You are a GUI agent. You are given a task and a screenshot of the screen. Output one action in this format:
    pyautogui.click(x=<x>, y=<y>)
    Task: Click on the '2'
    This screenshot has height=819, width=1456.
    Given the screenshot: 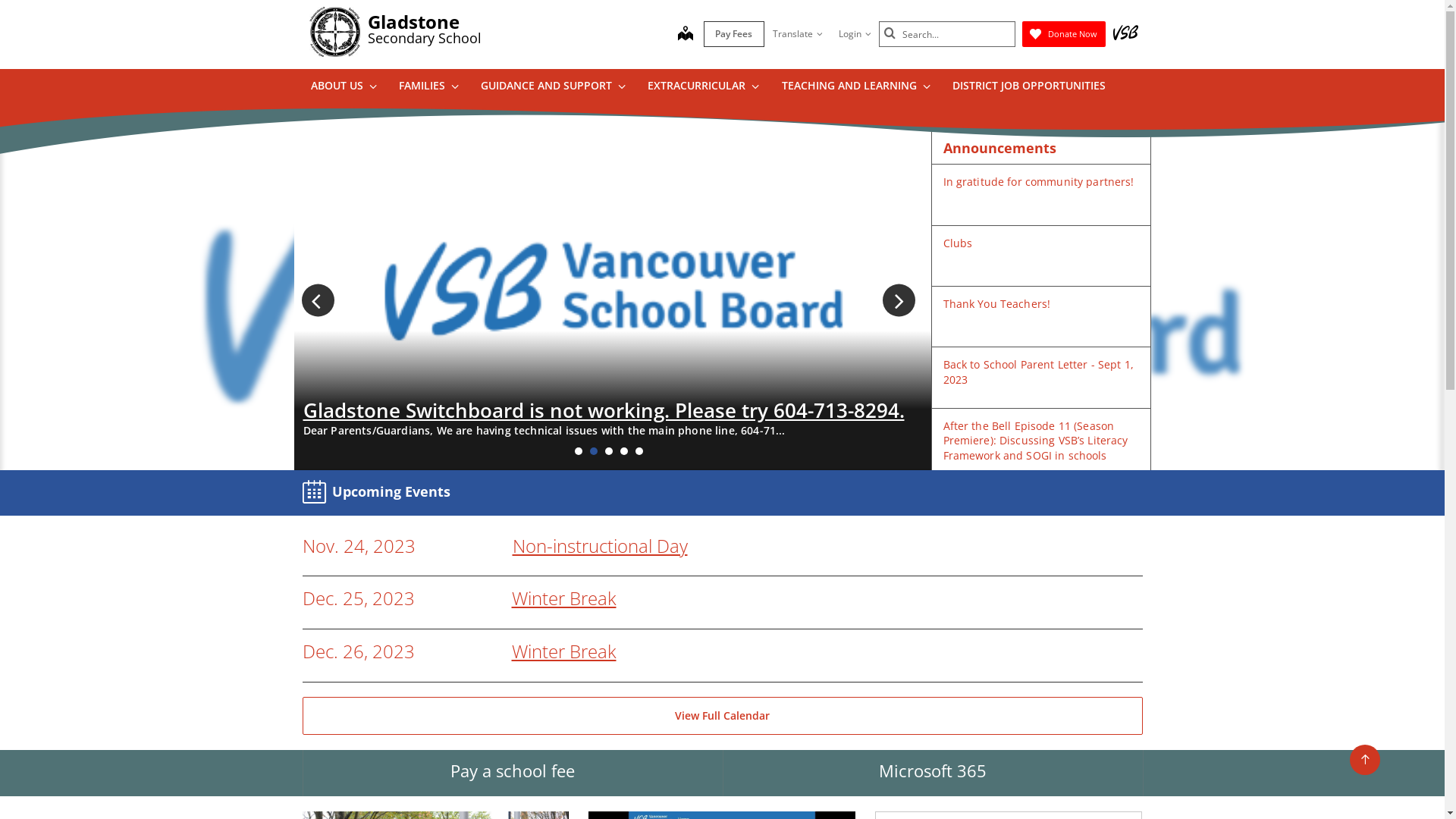 What is the action you would take?
    pyautogui.click(x=592, y=450)
    